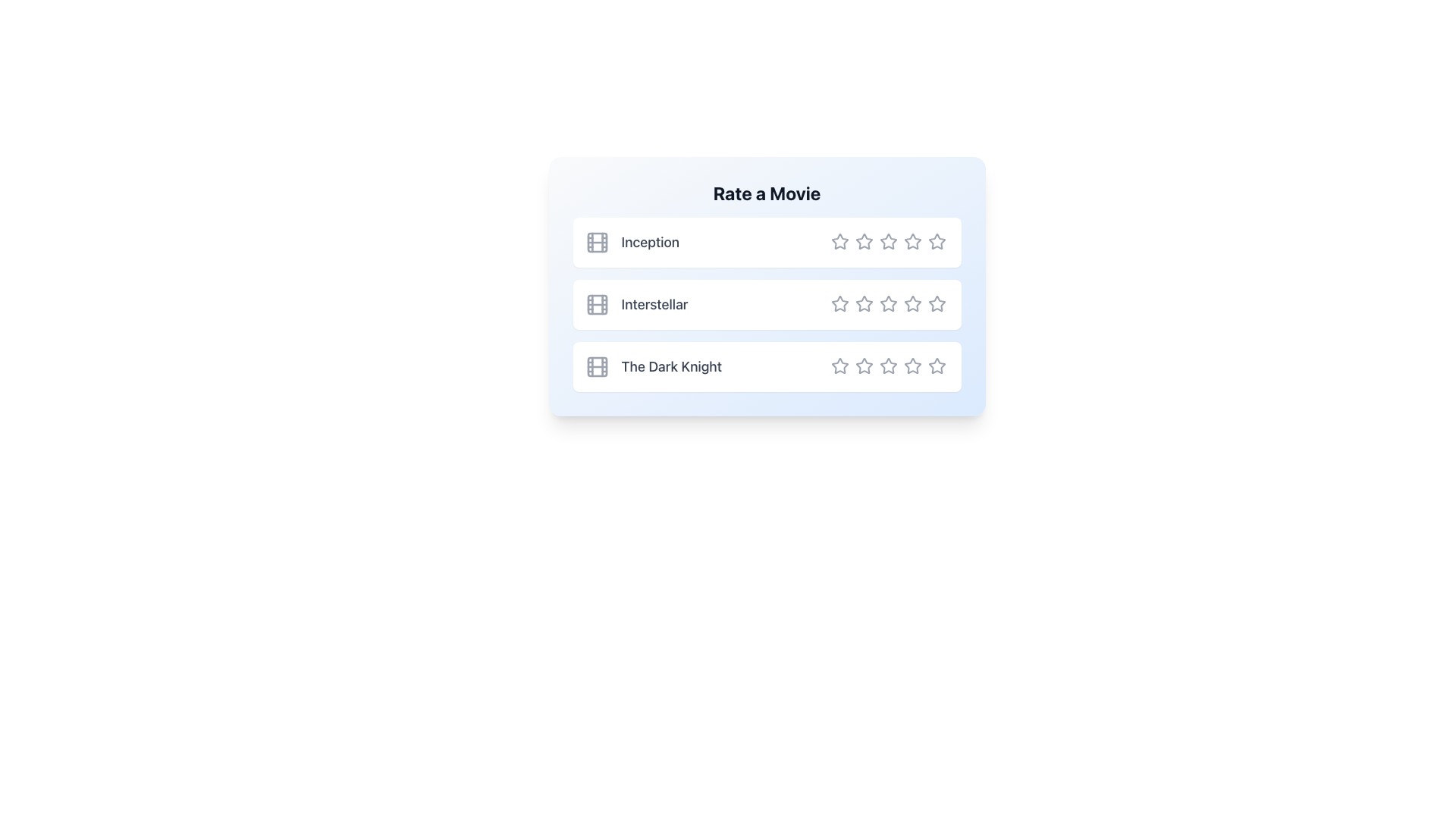 Image resolution: width=1456 pixels, height=819 pixels. What do you see at coordinates (936, 366) in the screenshot?
I see `the fifth star-shaped icon, which is gray with a slight border, to rate the movie 'The Dark Knight'` at bounding box center [936, 366].